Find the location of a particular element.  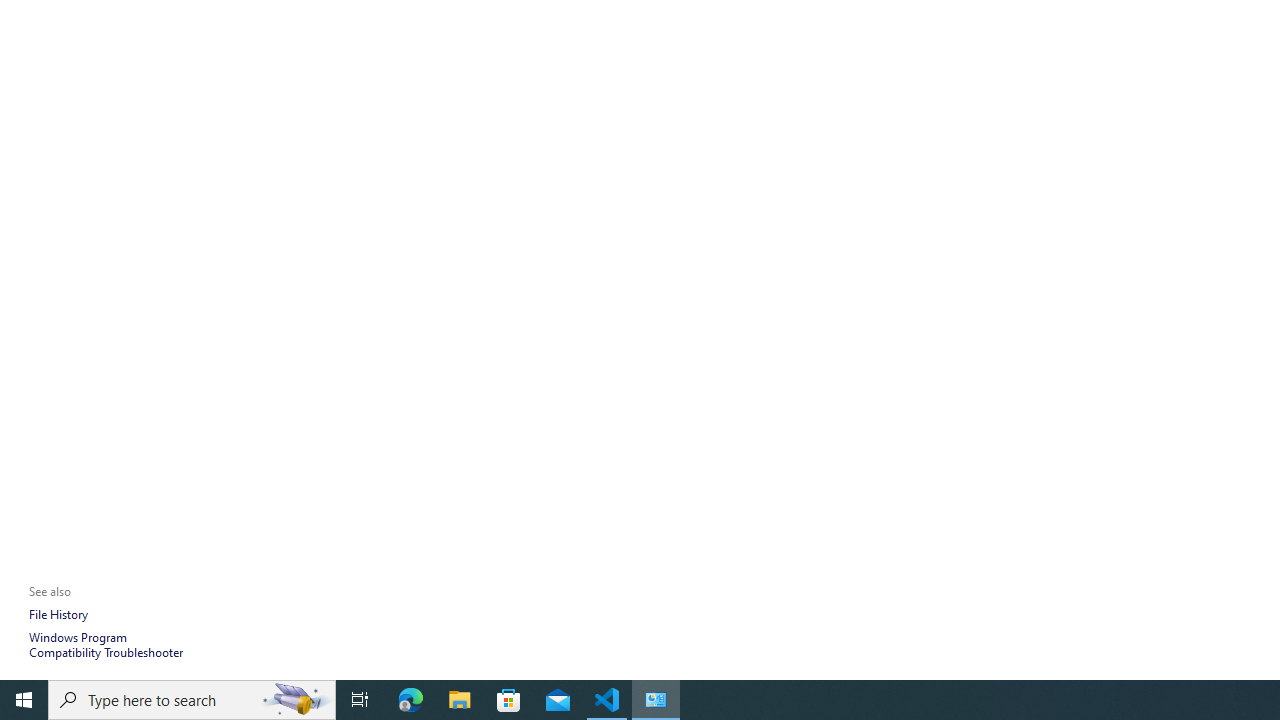

'Windows Program Compatibility Troubleshooter' is located at coordinates (105, 645).